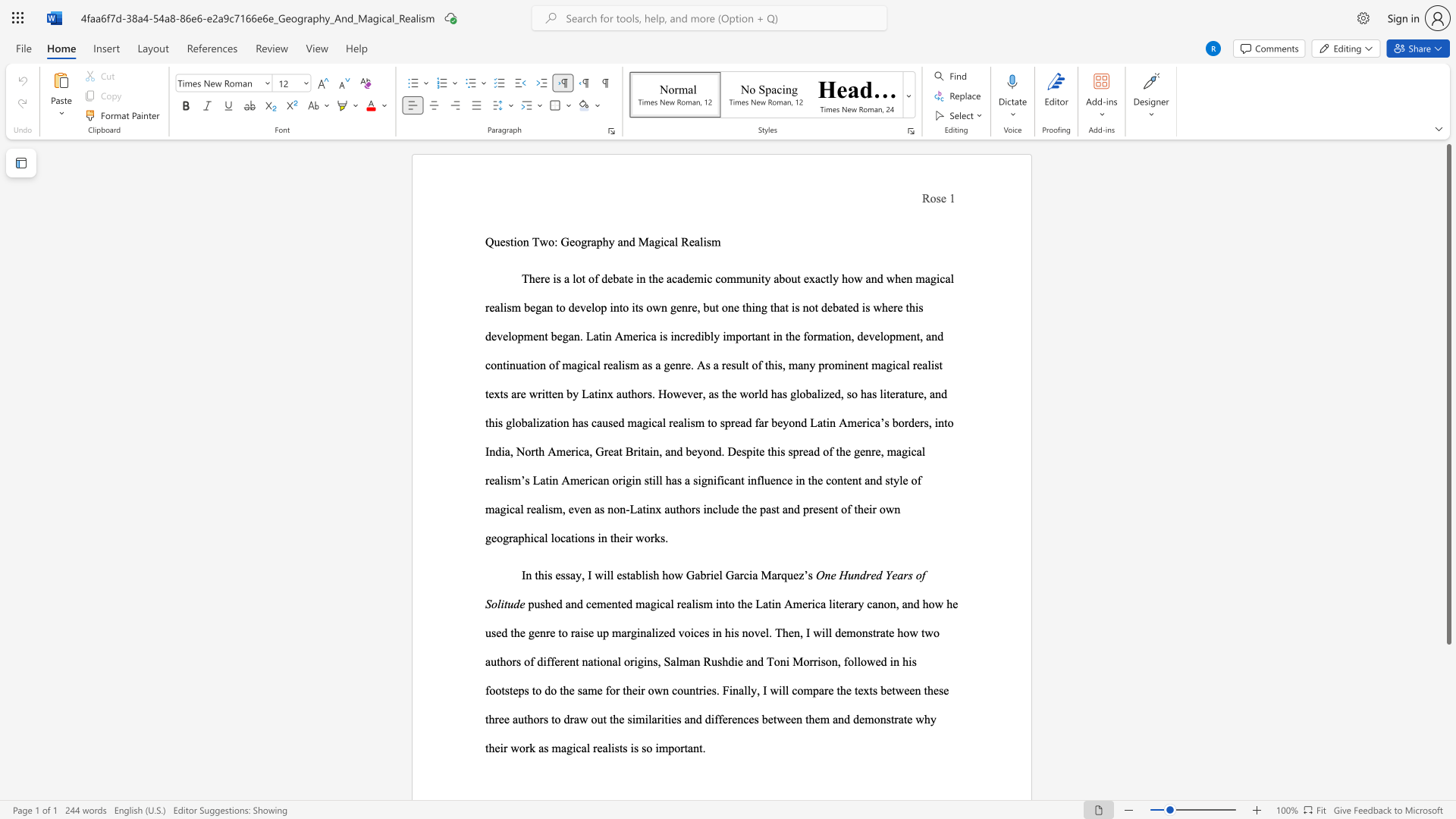  What do you see at coordinates (560, 747) in the screenshot?
I see `the subset text "agica" within the text "why their work as magical r"` at bounding box center [560, 747].